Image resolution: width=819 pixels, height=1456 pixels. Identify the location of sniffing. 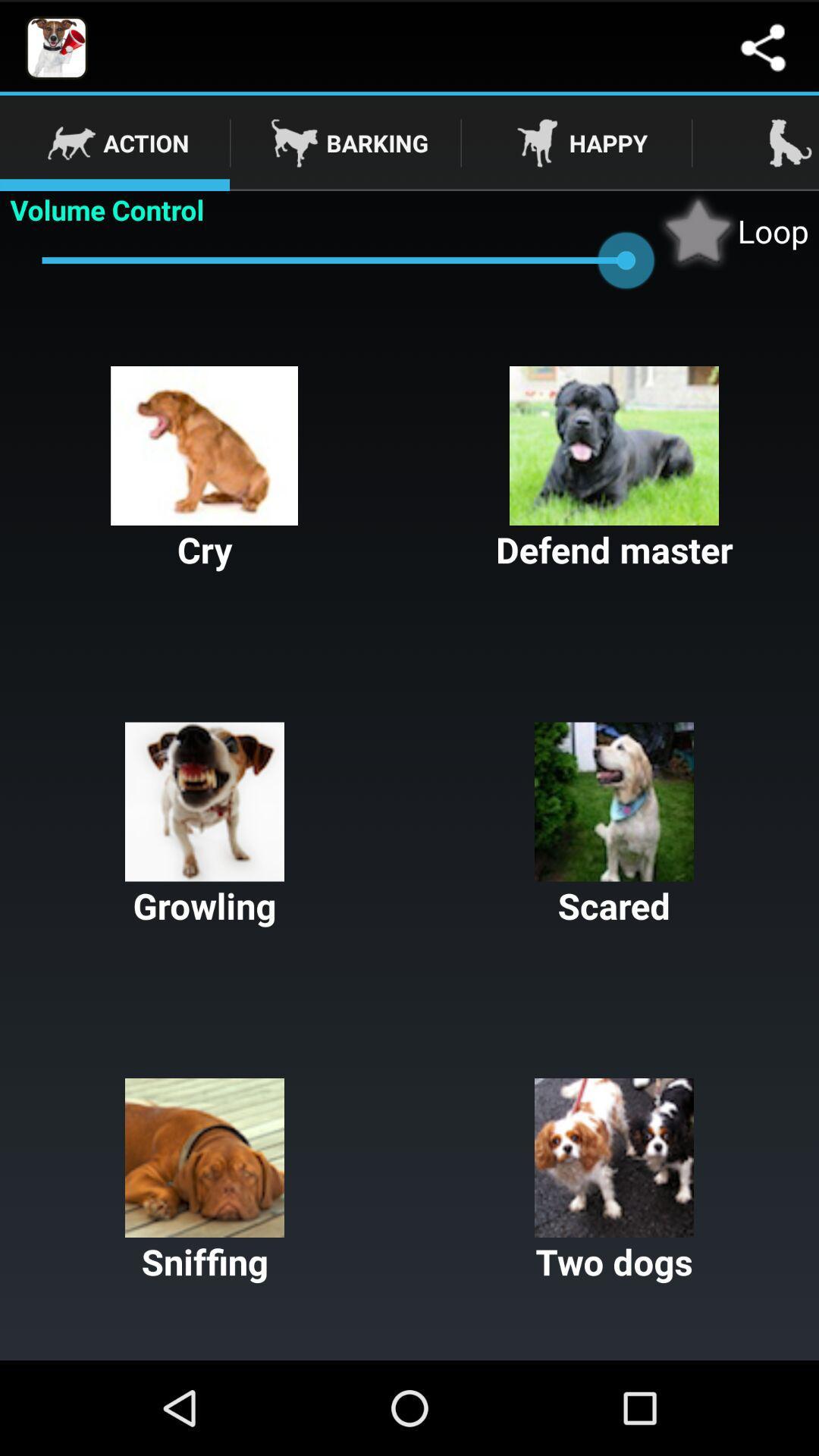
(205, 1181).